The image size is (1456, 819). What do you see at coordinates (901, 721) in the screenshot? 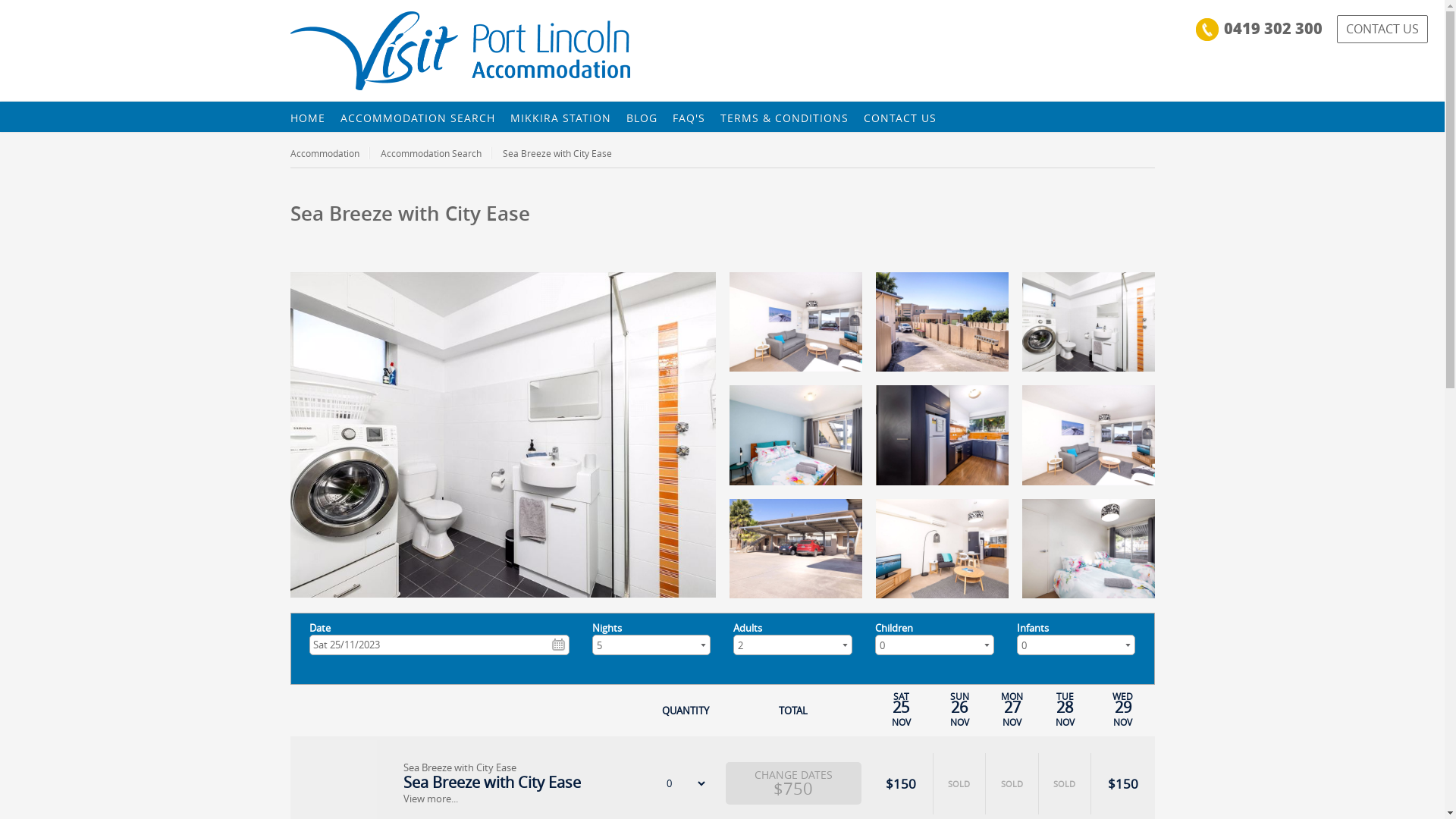
I see `'NOV'` at bounding box center [901, 721].